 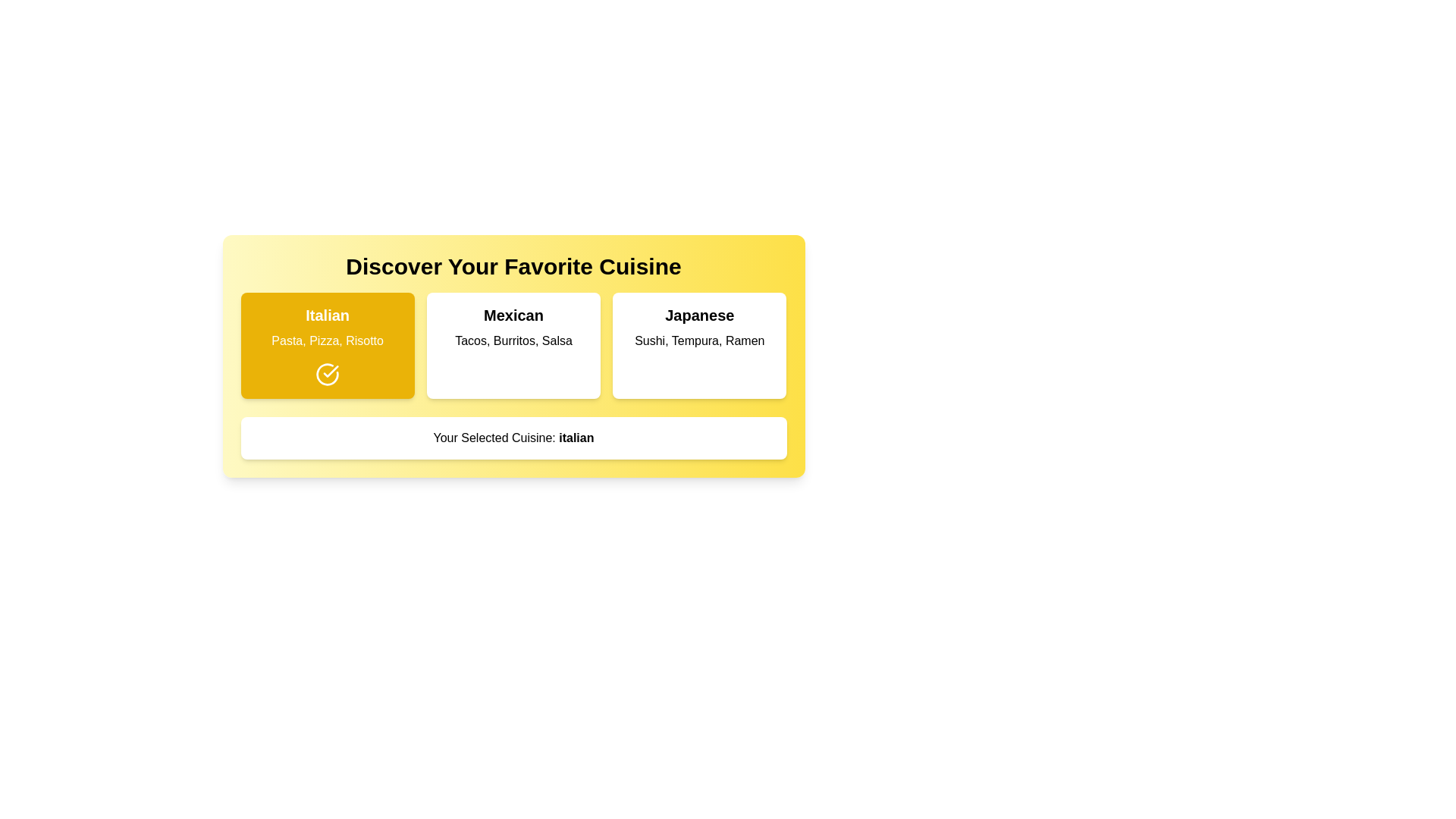 What do you see at coordinates (513, 438) in the screenshot?
I see `displayed text in the horizontal text box with rounded corners that shows 'Your Selected Cuisine: italian'` at bounding box center [513, 438].